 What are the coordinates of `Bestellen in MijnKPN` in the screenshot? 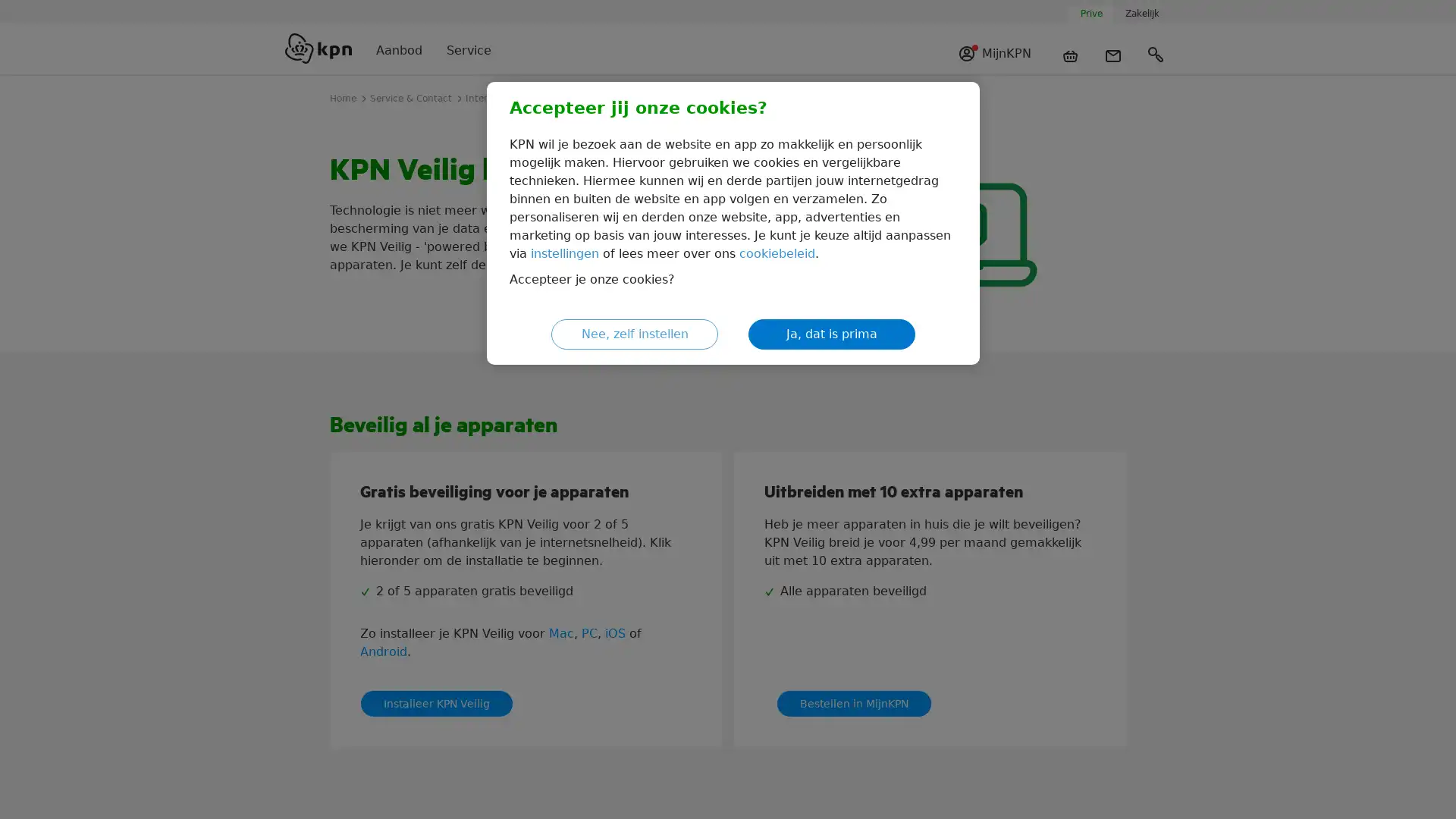 It's located at (853, 704).